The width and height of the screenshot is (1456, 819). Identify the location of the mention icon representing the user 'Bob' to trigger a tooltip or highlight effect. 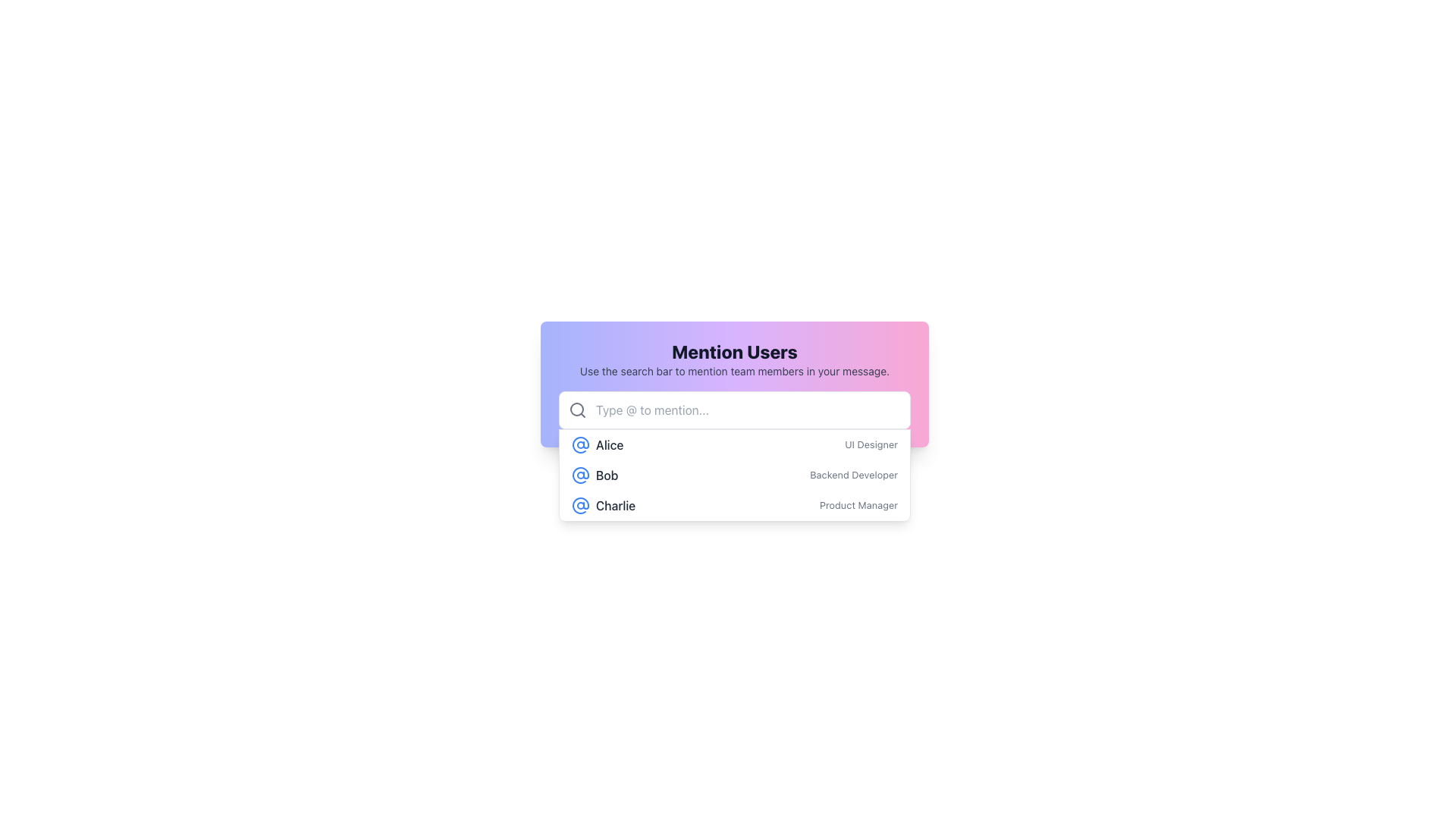
(580, 475).